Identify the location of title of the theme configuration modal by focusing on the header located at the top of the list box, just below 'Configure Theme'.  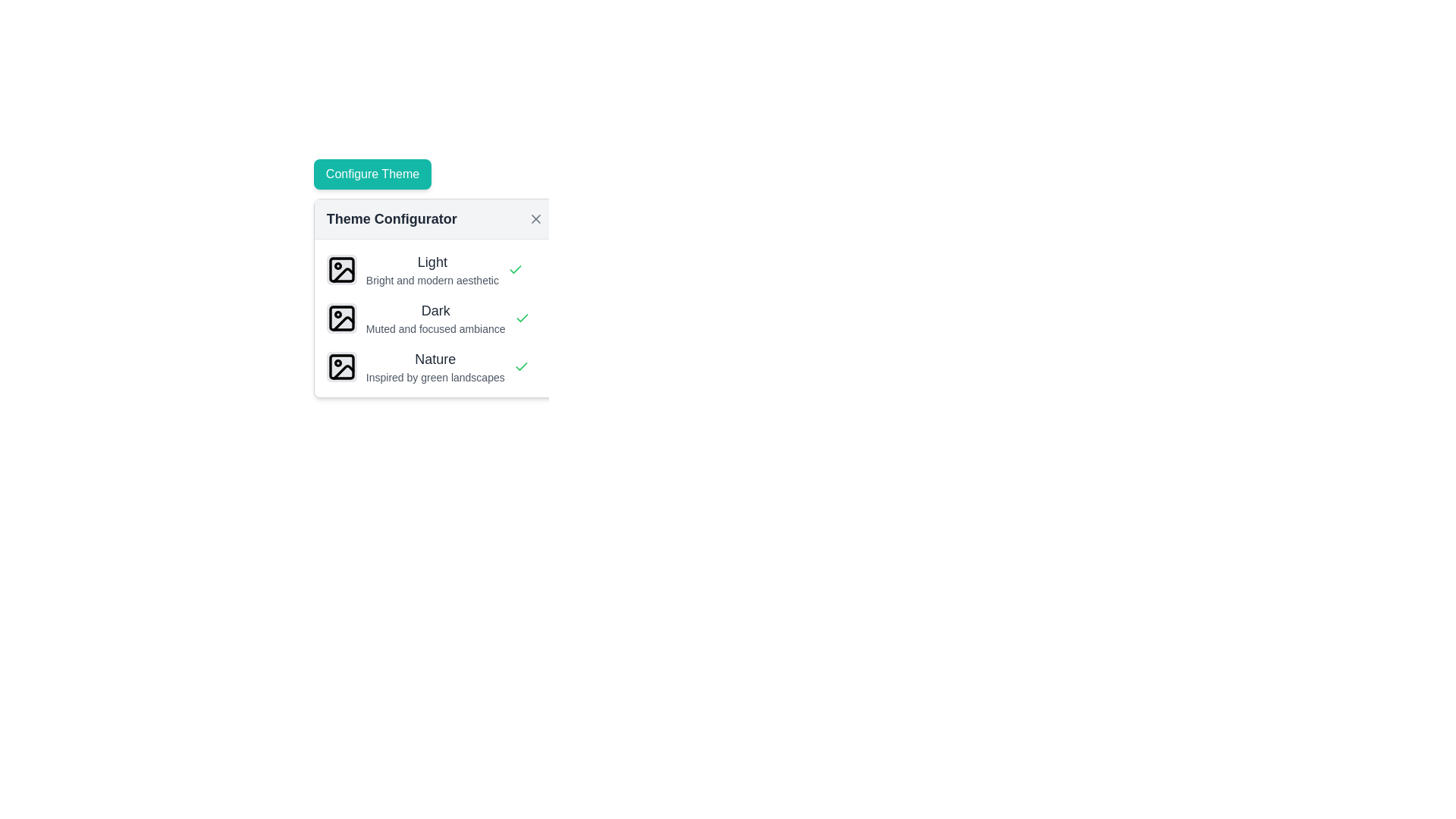
(434, 219).